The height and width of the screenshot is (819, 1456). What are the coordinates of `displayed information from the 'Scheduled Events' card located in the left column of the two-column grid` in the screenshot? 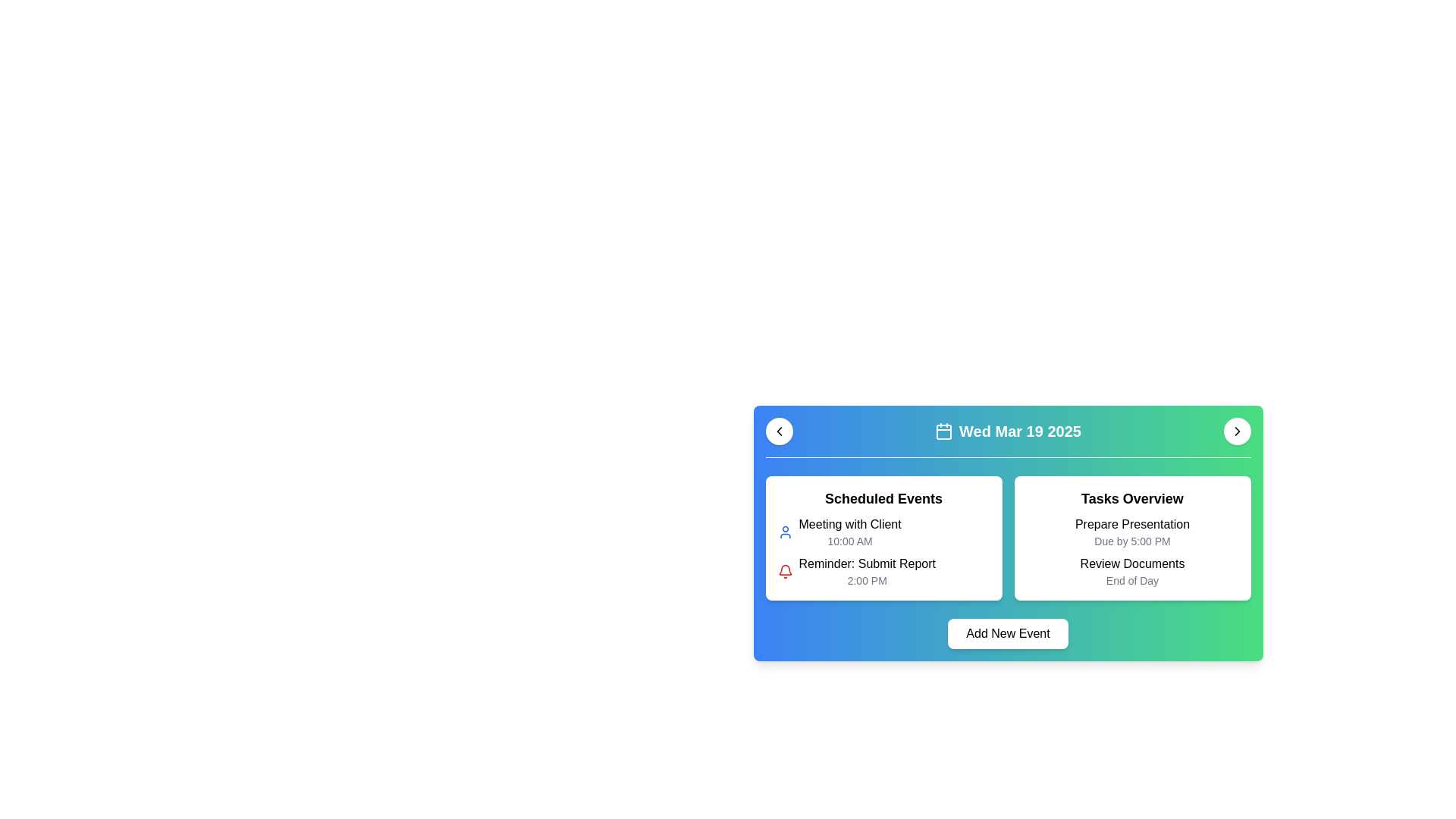 It's located at (883, 537).